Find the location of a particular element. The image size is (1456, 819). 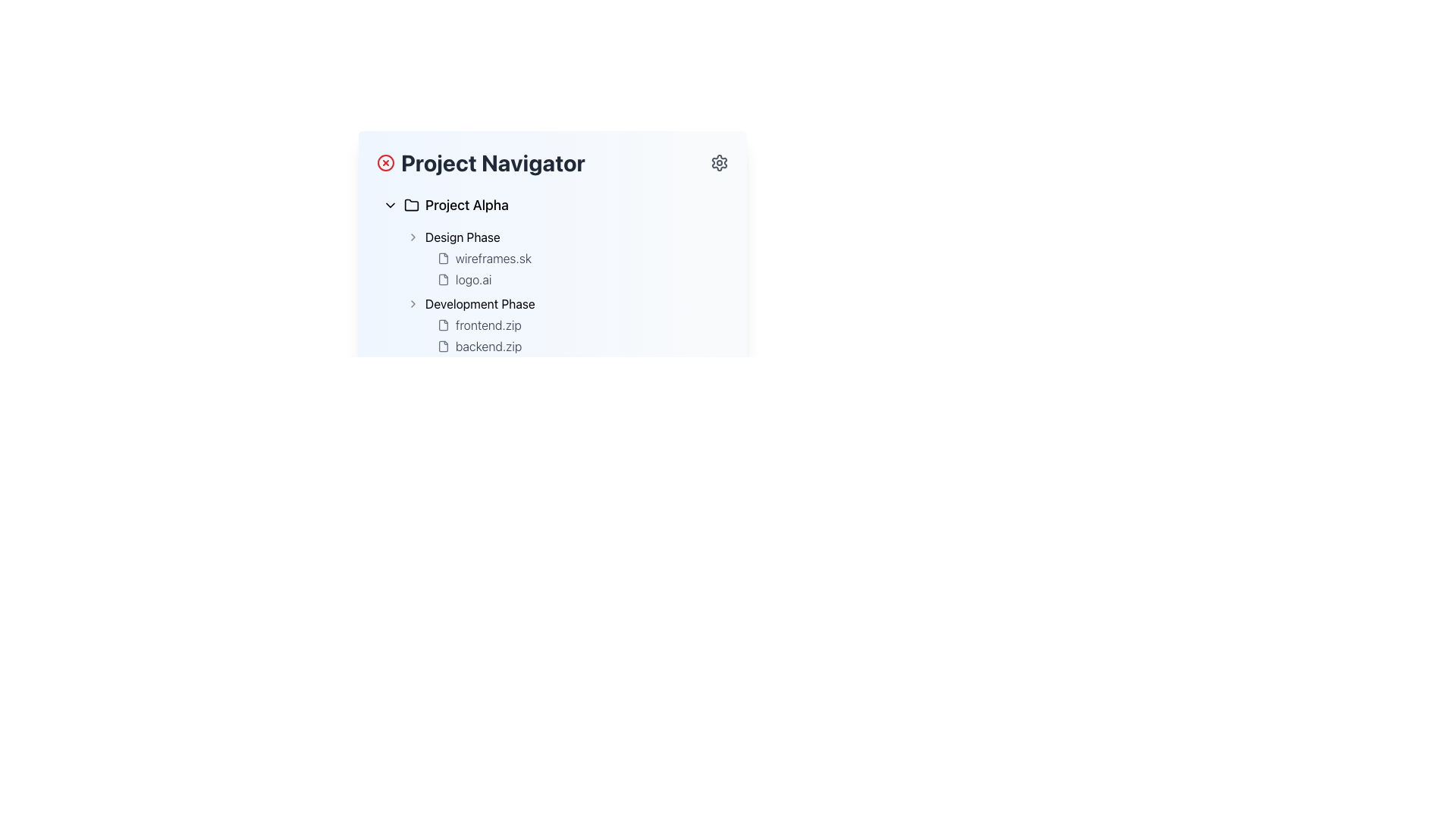

the file icon element located in the 'Design Phase' section of the 'Project Navigator', which is characterized by a rectangular outline with a folded corner on the top right, positioned to the left of 'wireframes.sk' is located at coordinates (443, 257).